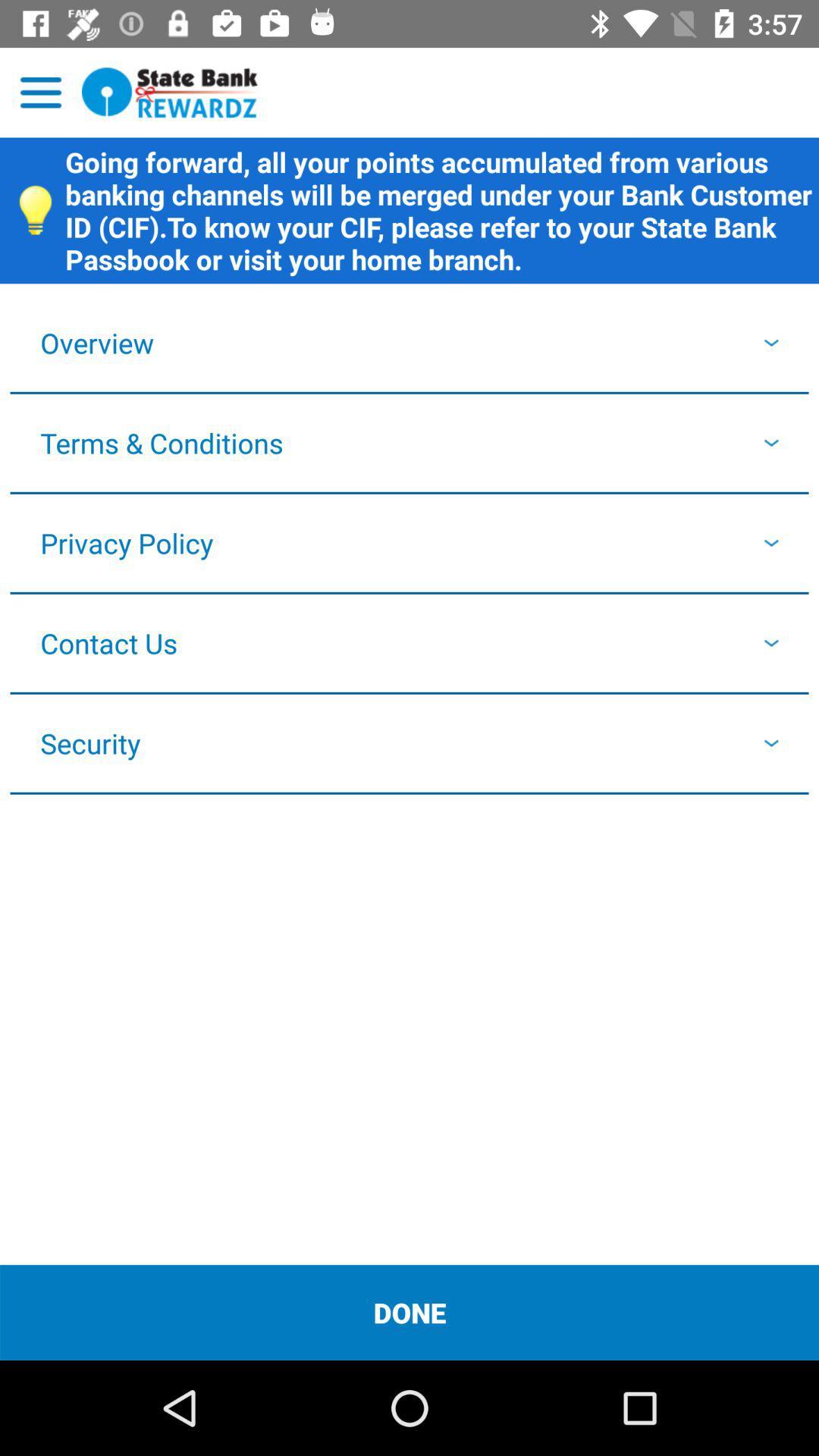 The width and height of the screenshot is (819, 1456). I want to click on give me another option, so click(40, 92).